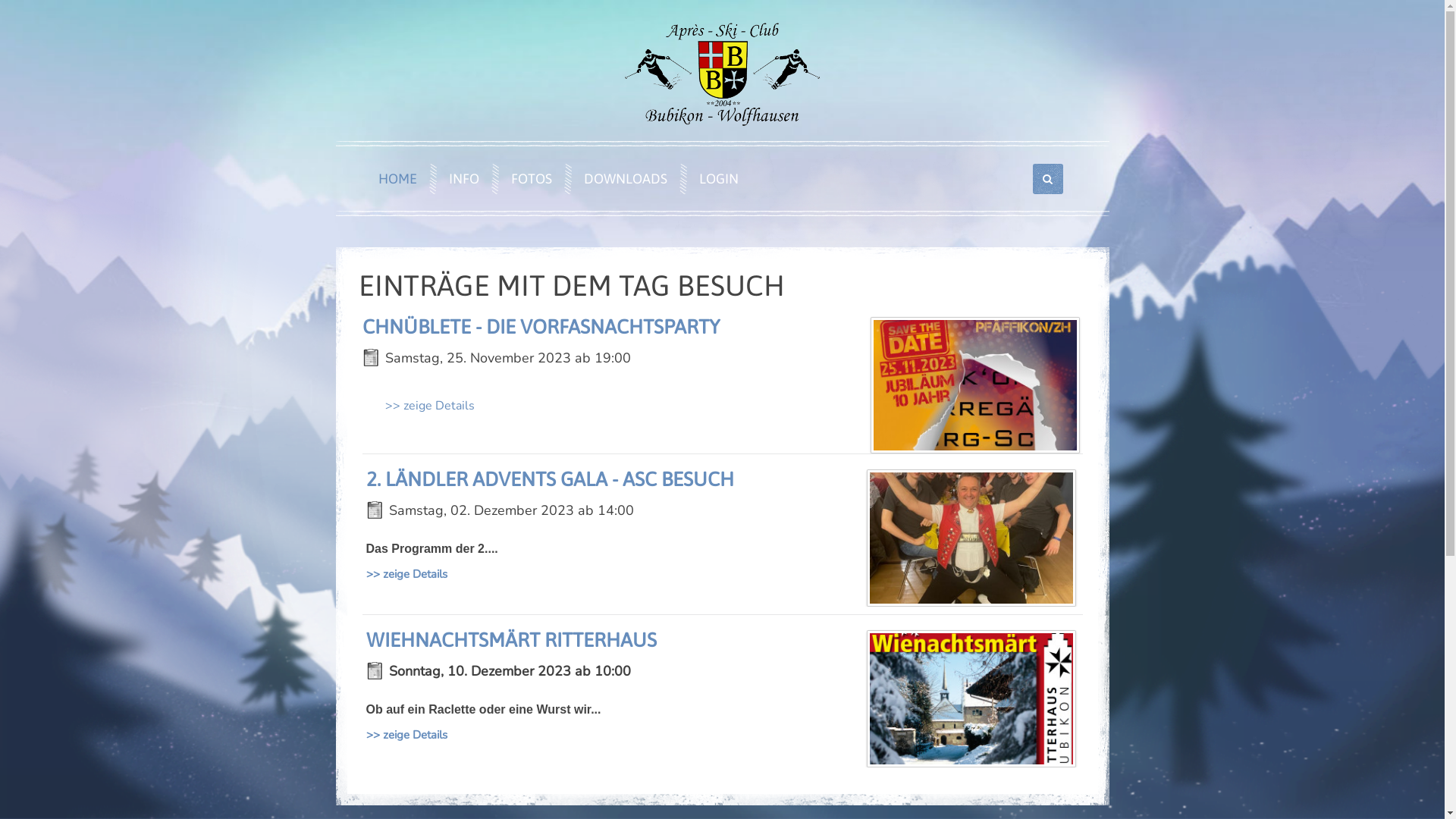 This screenshot has width=1456, height=819. Describe the element at coordinates (393, 177) in the screenshot. I see `'HOME'` at that location.